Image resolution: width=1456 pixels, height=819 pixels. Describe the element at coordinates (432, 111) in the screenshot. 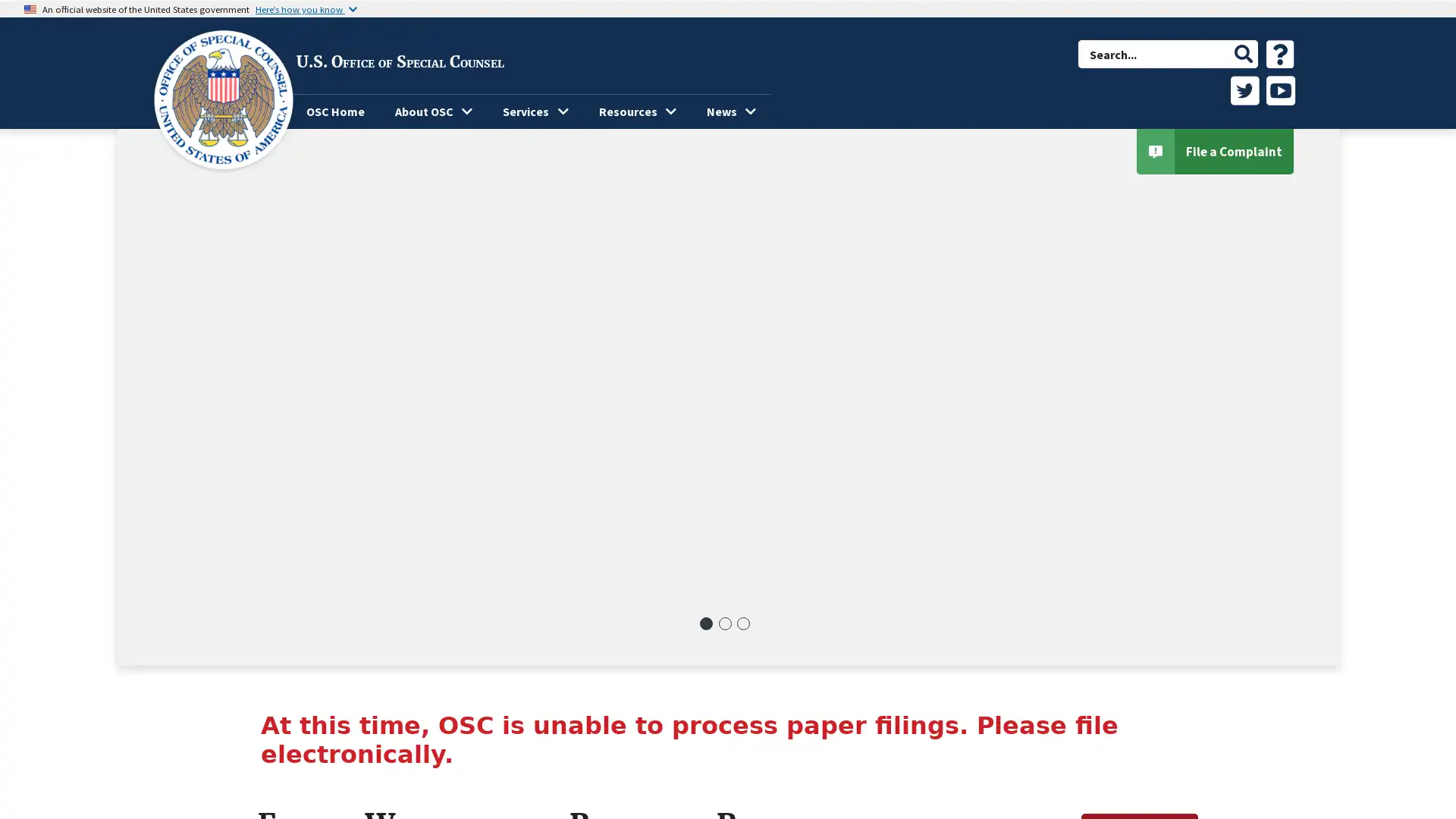

I see `About OSC` at that location.